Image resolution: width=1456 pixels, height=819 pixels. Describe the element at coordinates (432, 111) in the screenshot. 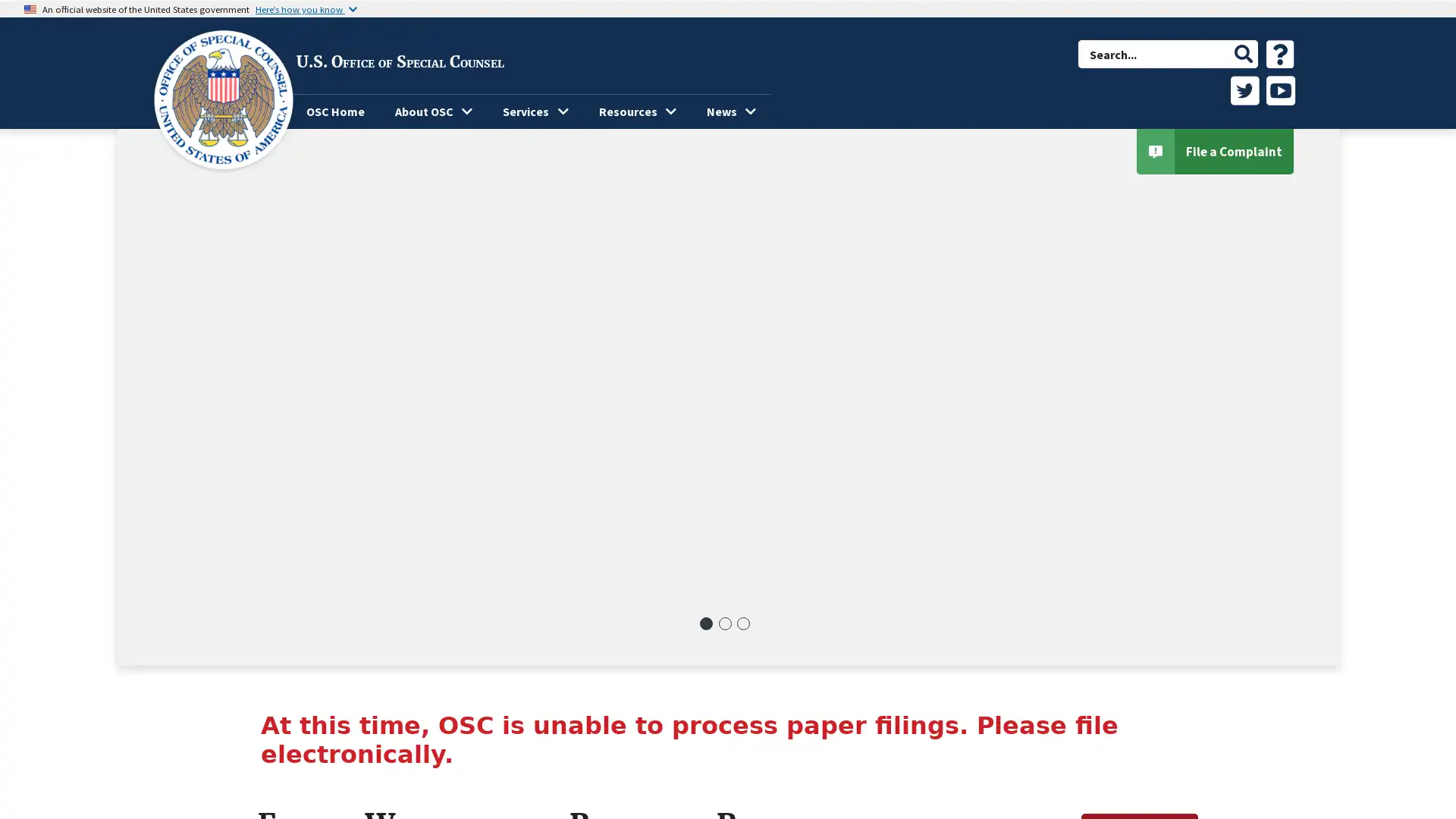

I see `About OSC` at that location.